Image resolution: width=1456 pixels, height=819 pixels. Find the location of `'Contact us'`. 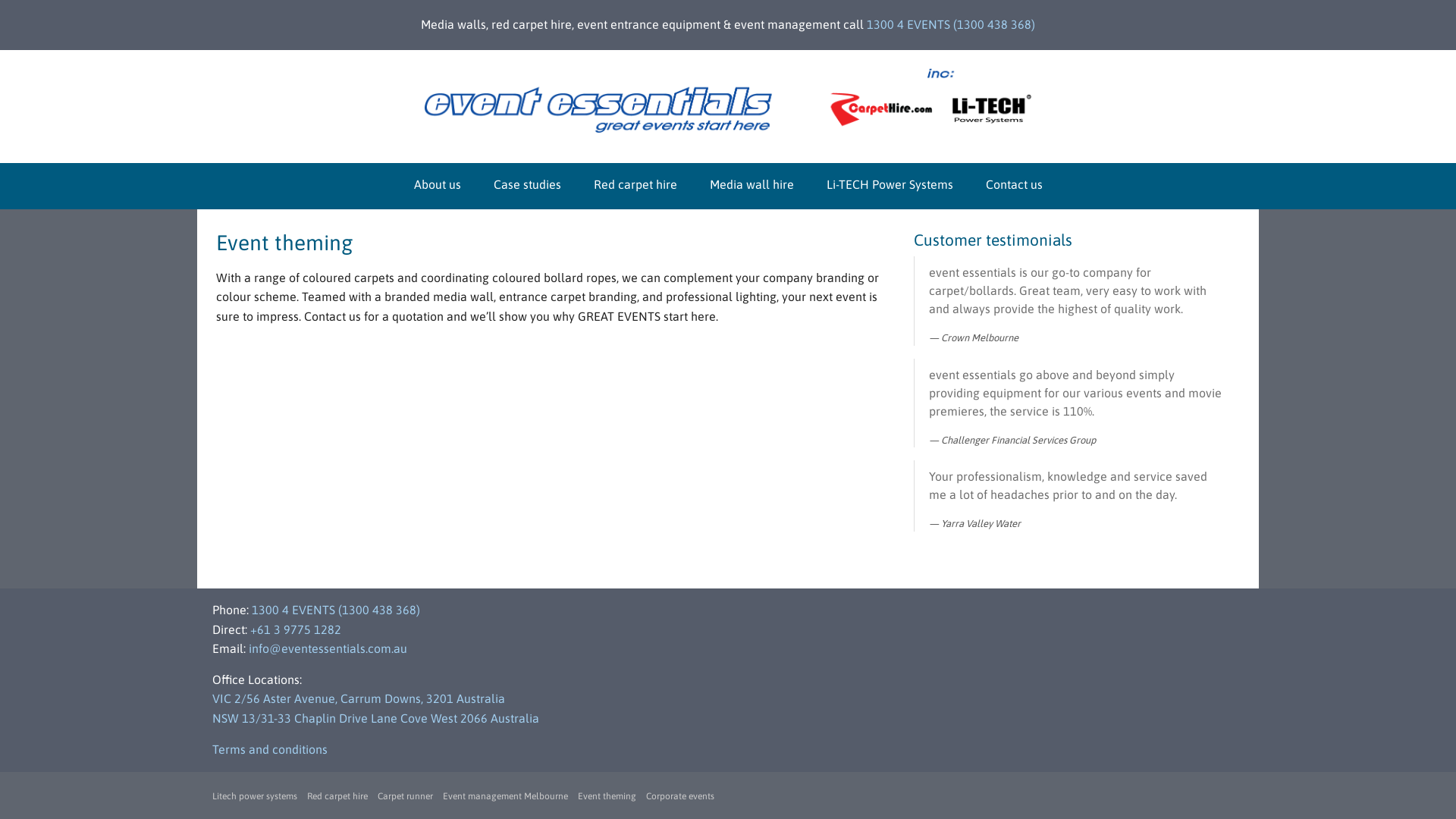

'Contact us' is located at coordinates (1014, 184).